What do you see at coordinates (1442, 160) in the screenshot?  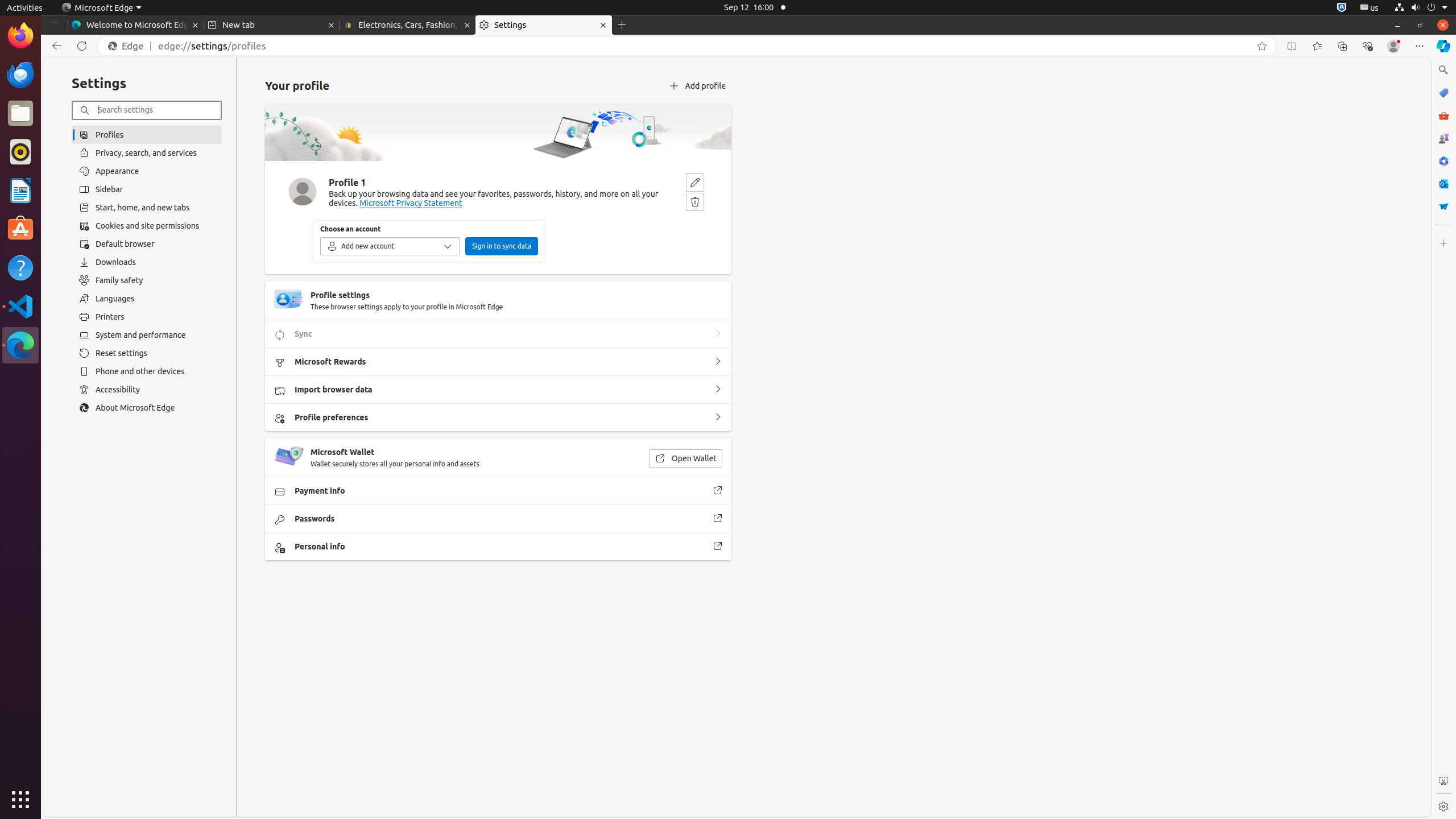 I see `'Microsoft 365'` at bounding box center [1442, 160].